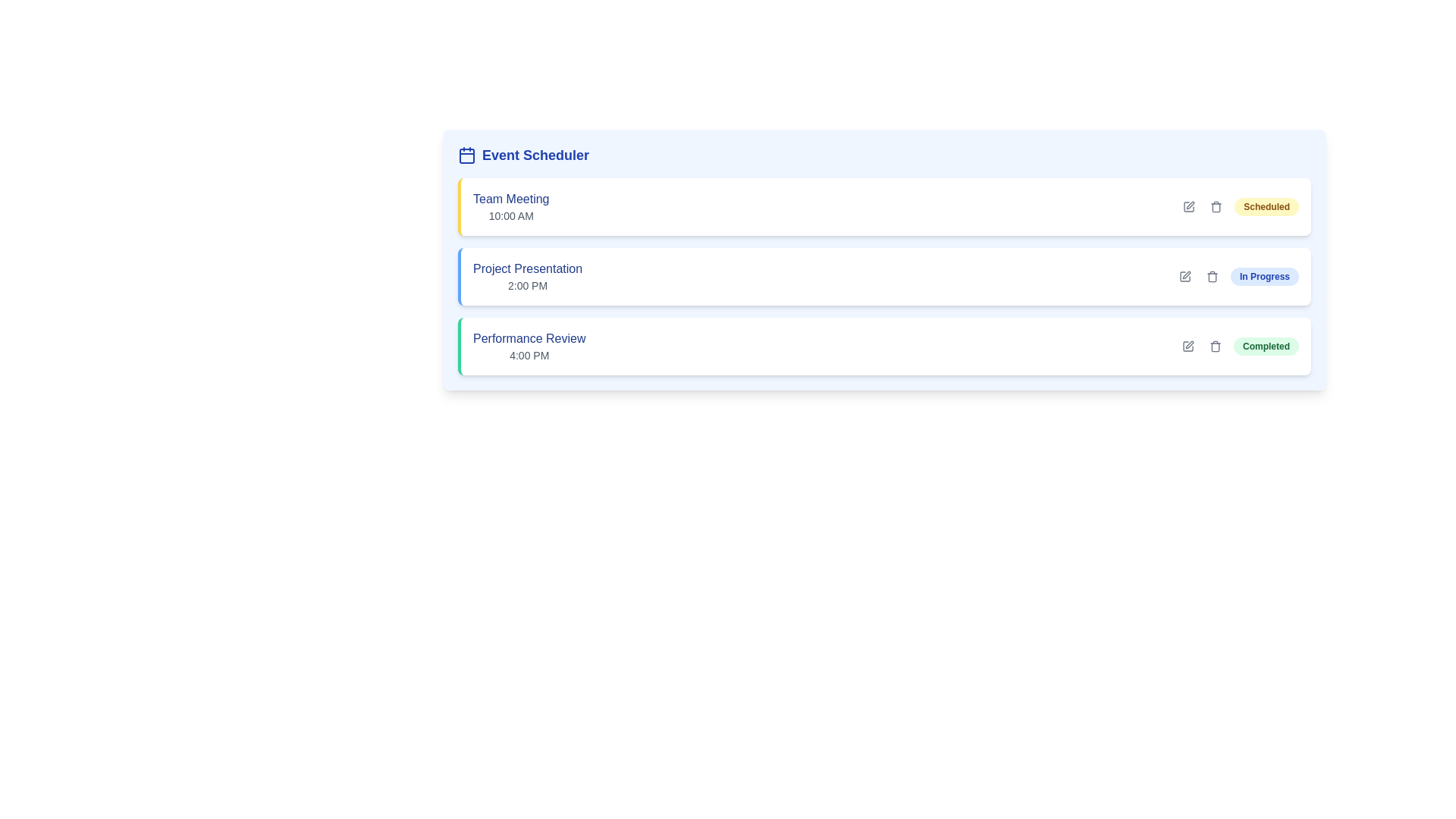 The image size is (1456, 819). I want to click on the icon button in the 'Project Presentation' section of the 'Event Scheduler' interface, so click(1184, 277).